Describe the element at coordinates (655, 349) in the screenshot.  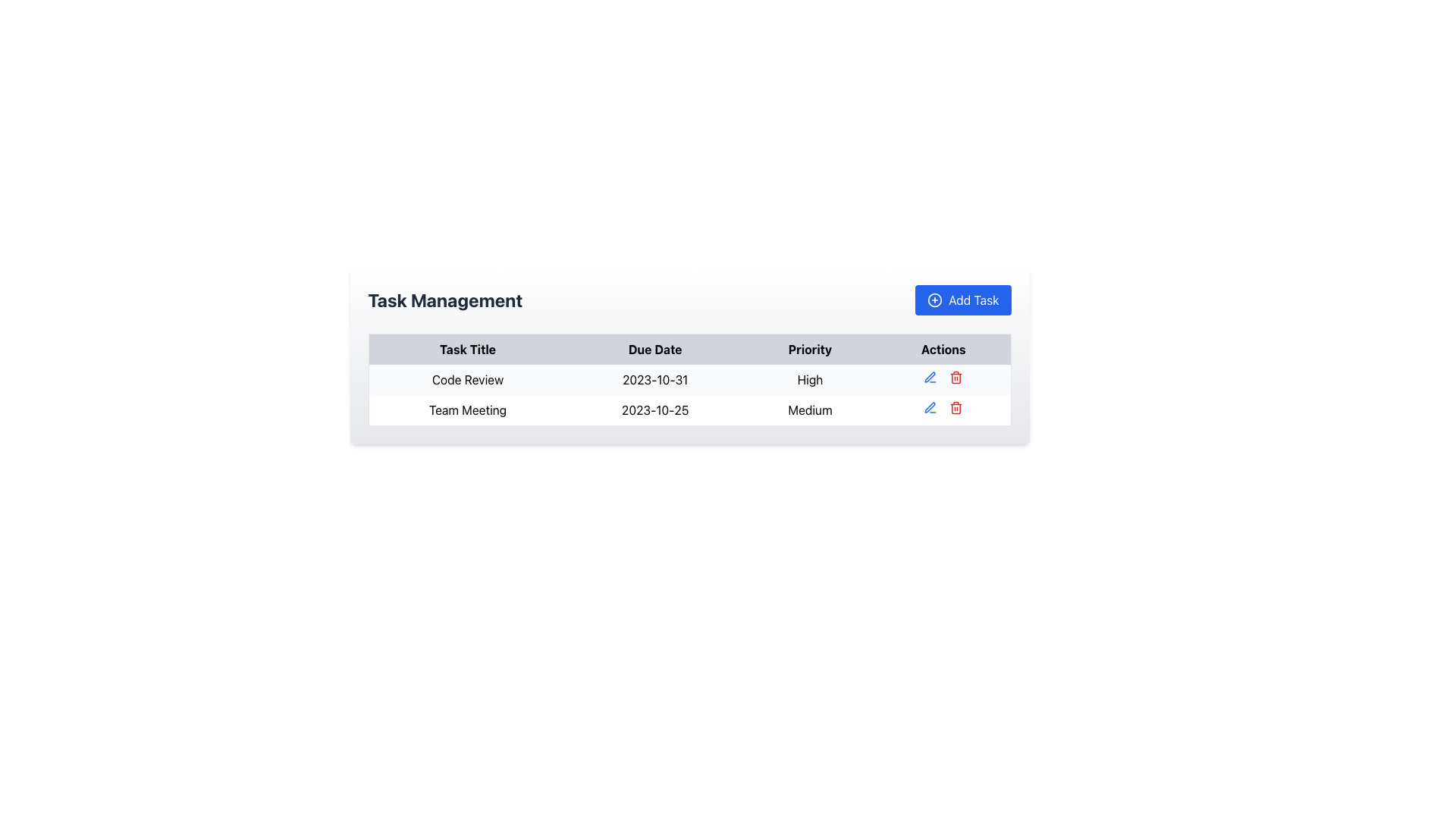
I see `the 'Due Date' label, which is the second column header of the table in the 'Task Management' section, styled with bold text and a light gray background` at that location.